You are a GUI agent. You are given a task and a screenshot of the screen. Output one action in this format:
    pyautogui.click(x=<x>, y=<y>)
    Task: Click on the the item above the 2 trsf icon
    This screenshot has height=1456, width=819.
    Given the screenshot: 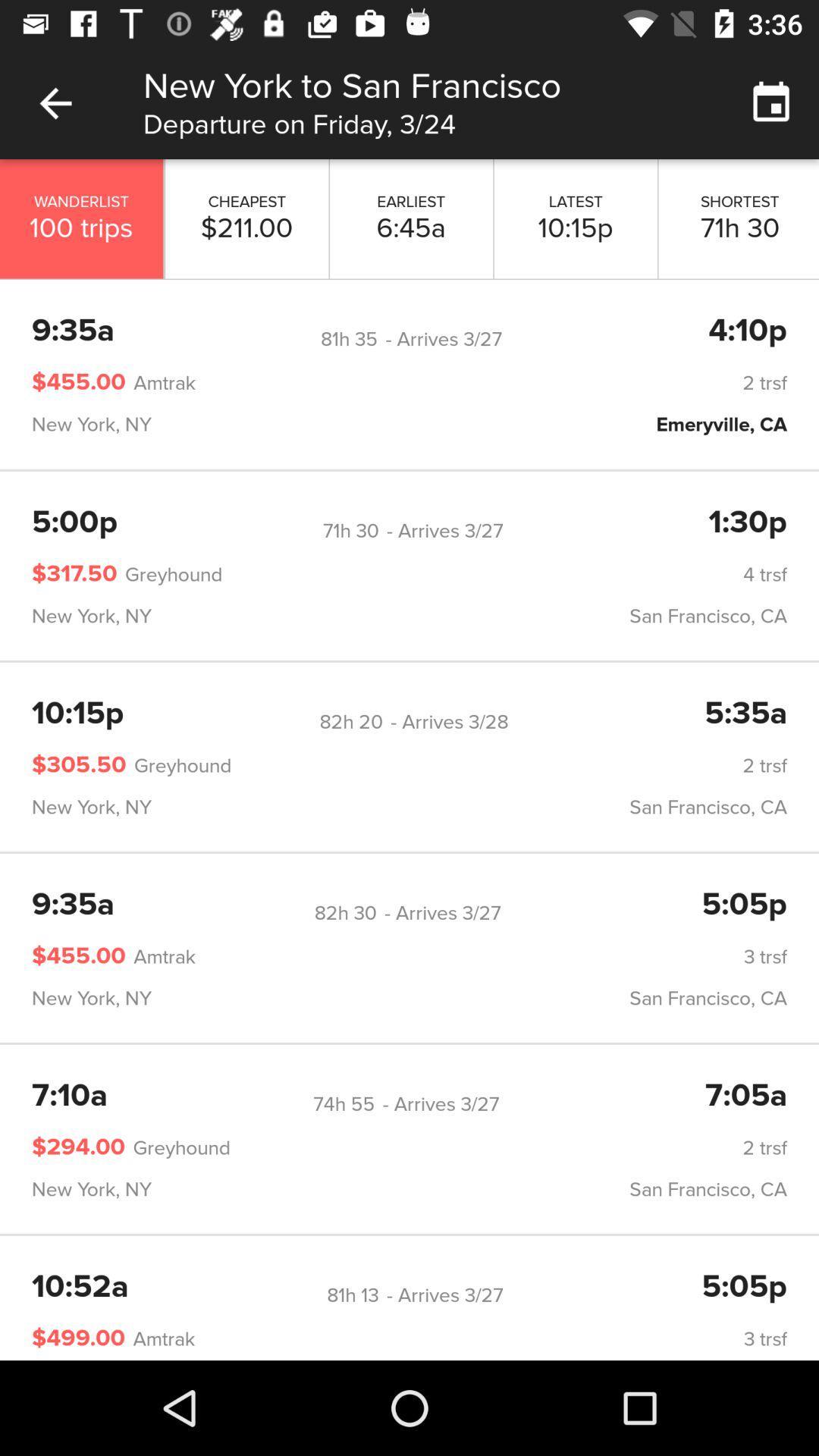 What is the action you would take?
    pyautogui.click(x=351, y=721)
    